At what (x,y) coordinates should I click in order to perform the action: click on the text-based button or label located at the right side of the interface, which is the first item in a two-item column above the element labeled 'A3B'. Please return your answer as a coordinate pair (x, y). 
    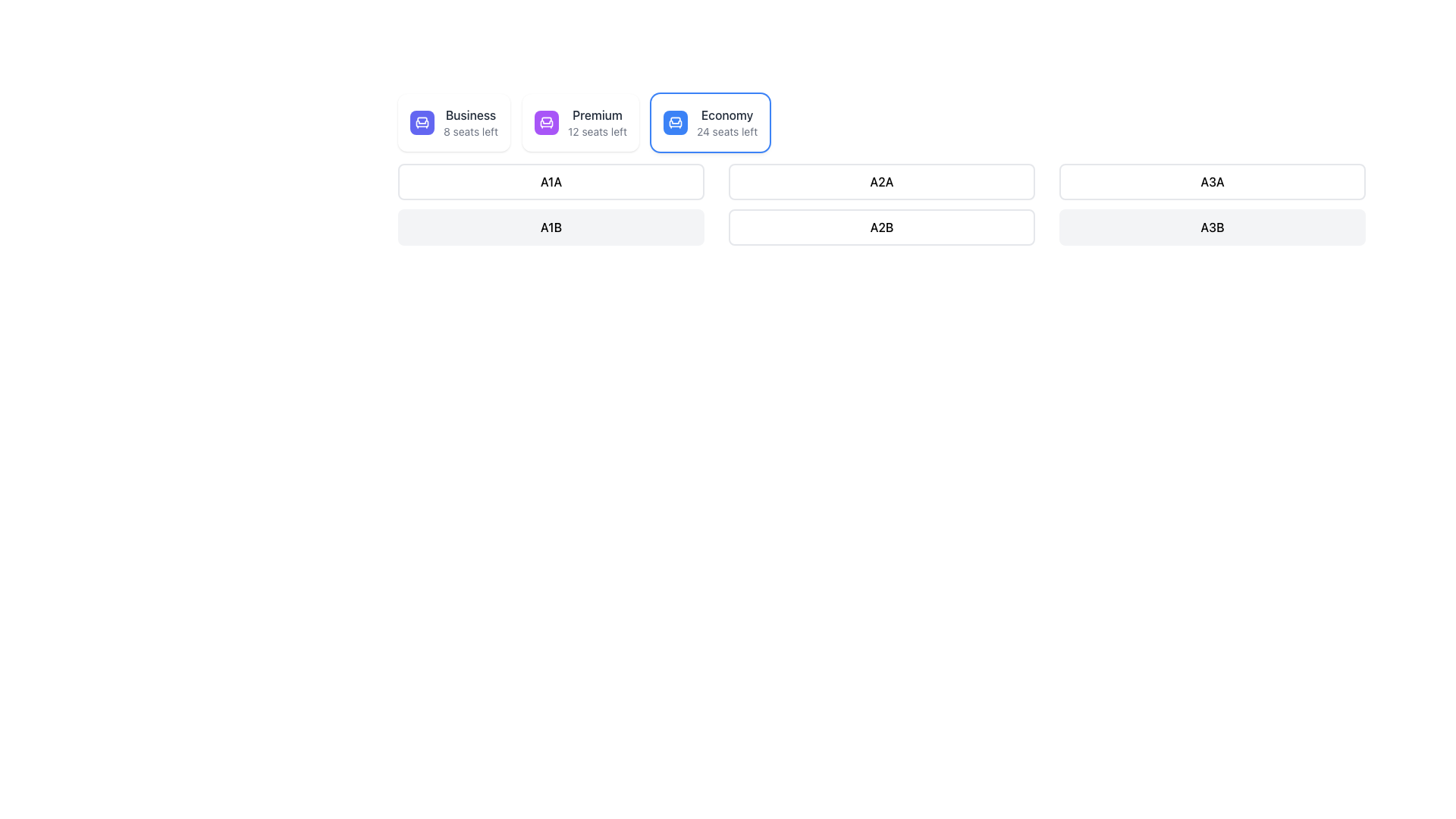
    Looking at the image, I should click on (1211, 180).